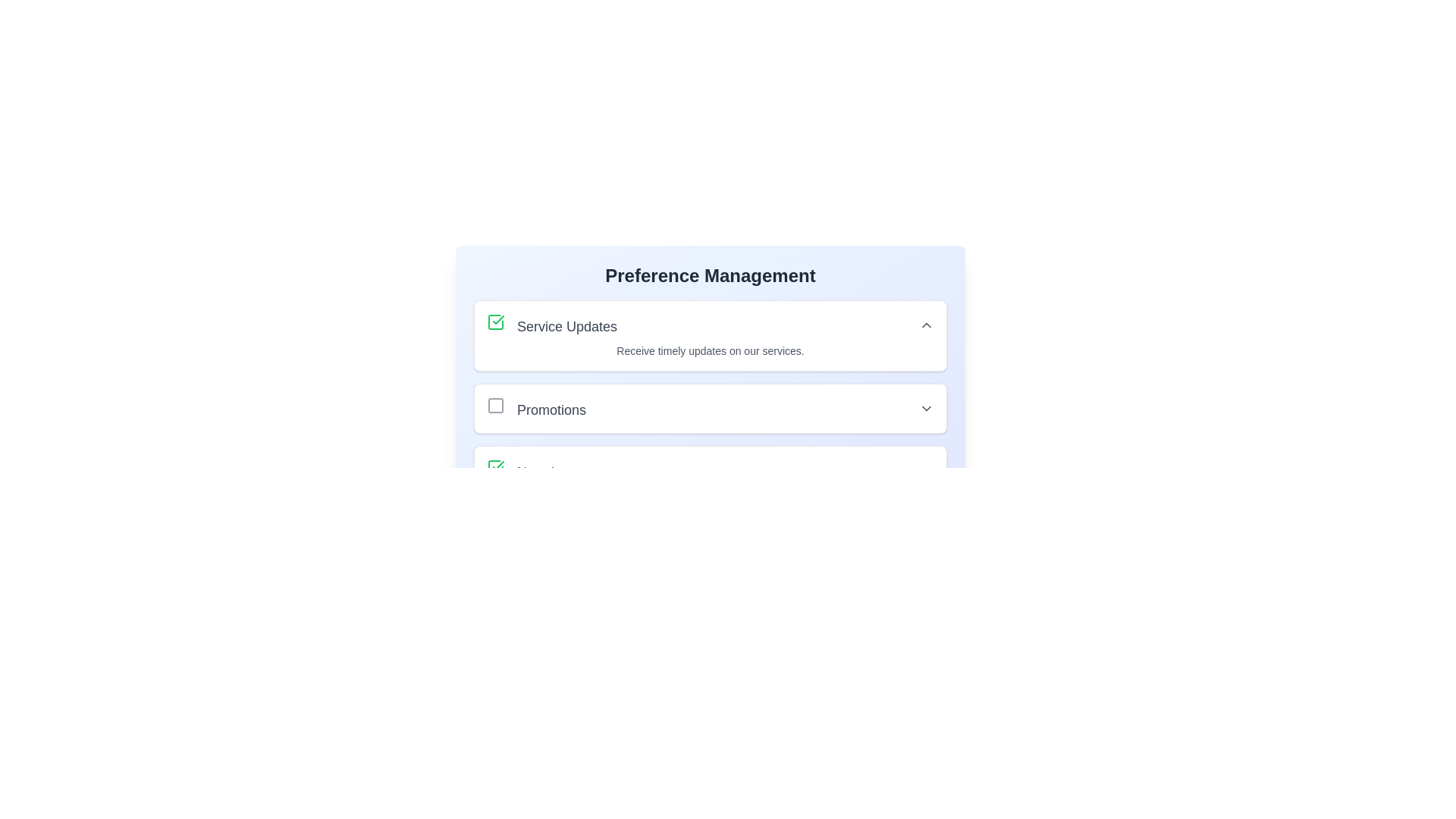 The height and width of the screenshot is (819, 1456). I want to click on the checkbox for 'Promotions', so click(495, 405).